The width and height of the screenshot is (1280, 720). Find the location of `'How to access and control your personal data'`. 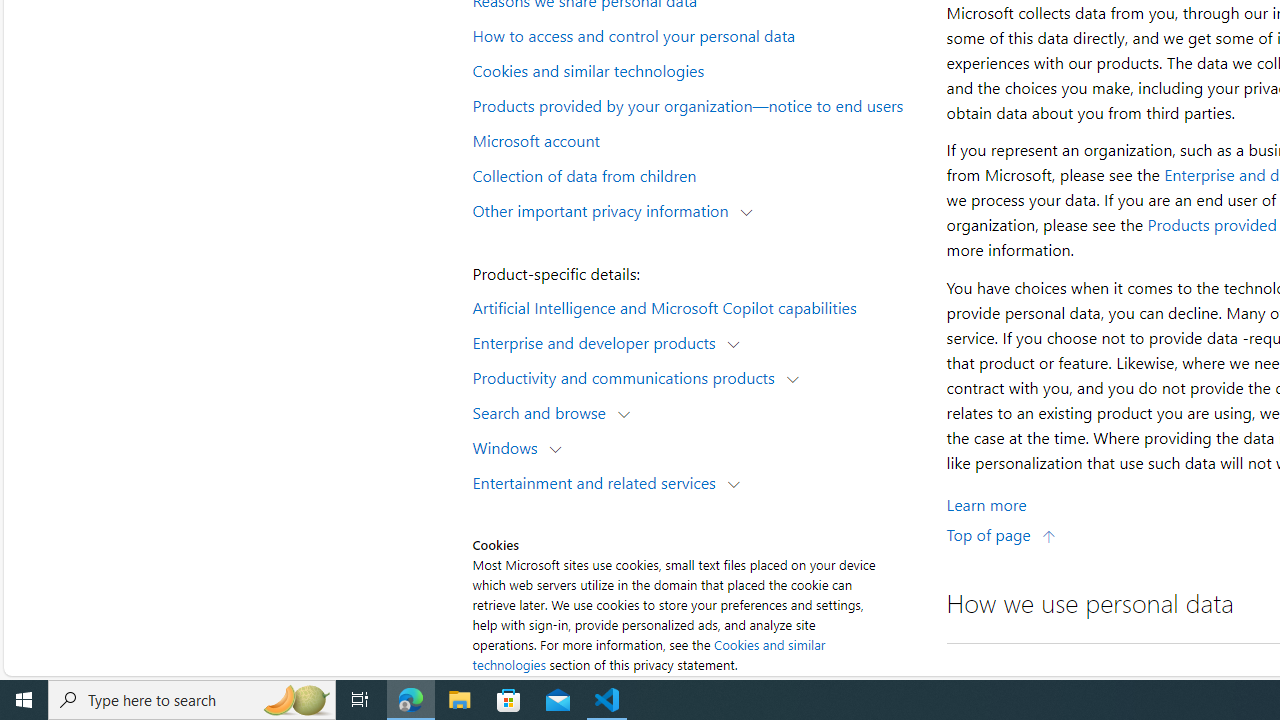

'How to access and control your personal data' is located at coordinates (696, 35).